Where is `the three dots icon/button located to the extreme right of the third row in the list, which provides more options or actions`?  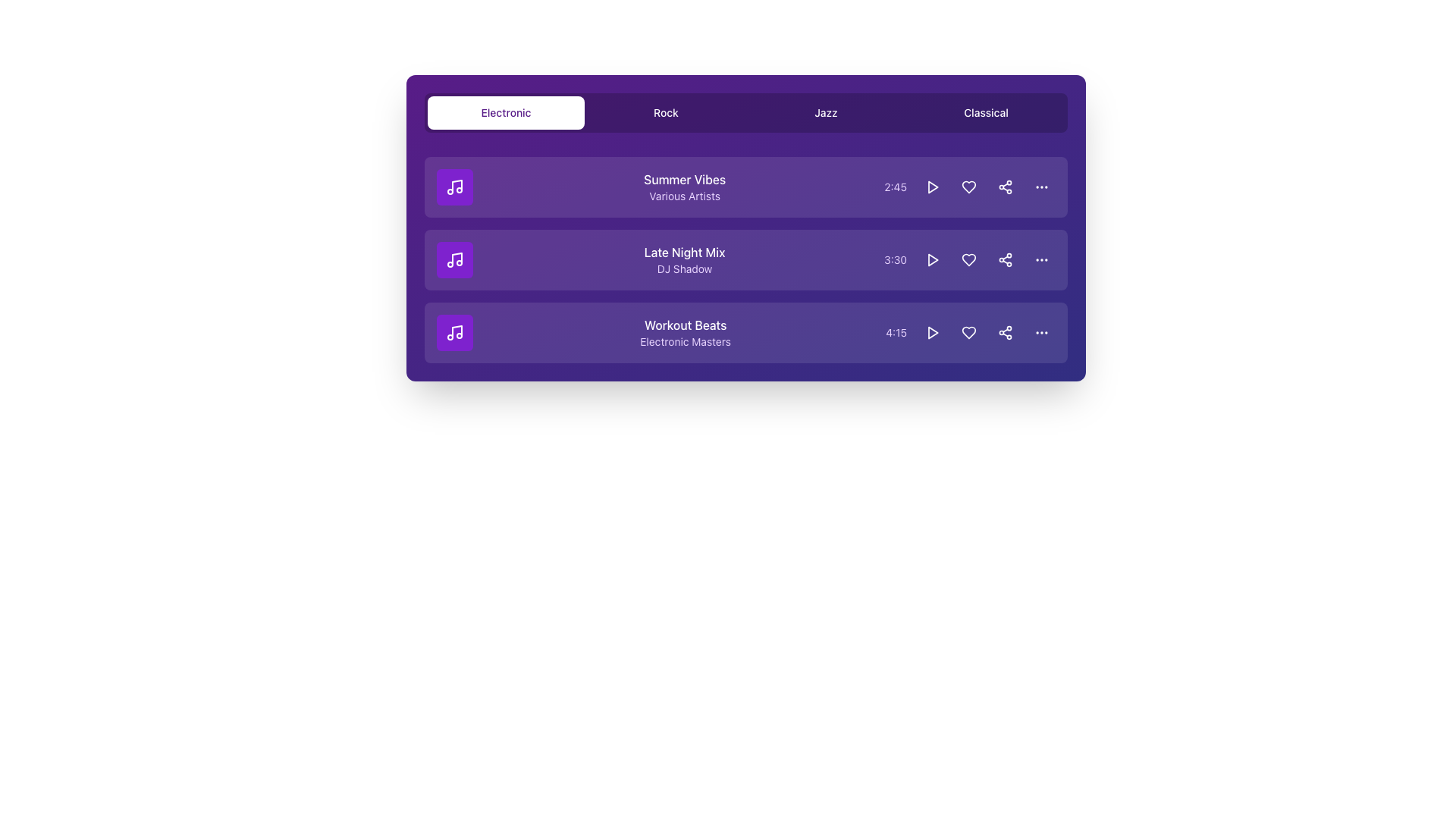
the three dots icon/button located to the extreme right of the third row in the list, which provides more options or actions is located at coordinates (1040, 332).